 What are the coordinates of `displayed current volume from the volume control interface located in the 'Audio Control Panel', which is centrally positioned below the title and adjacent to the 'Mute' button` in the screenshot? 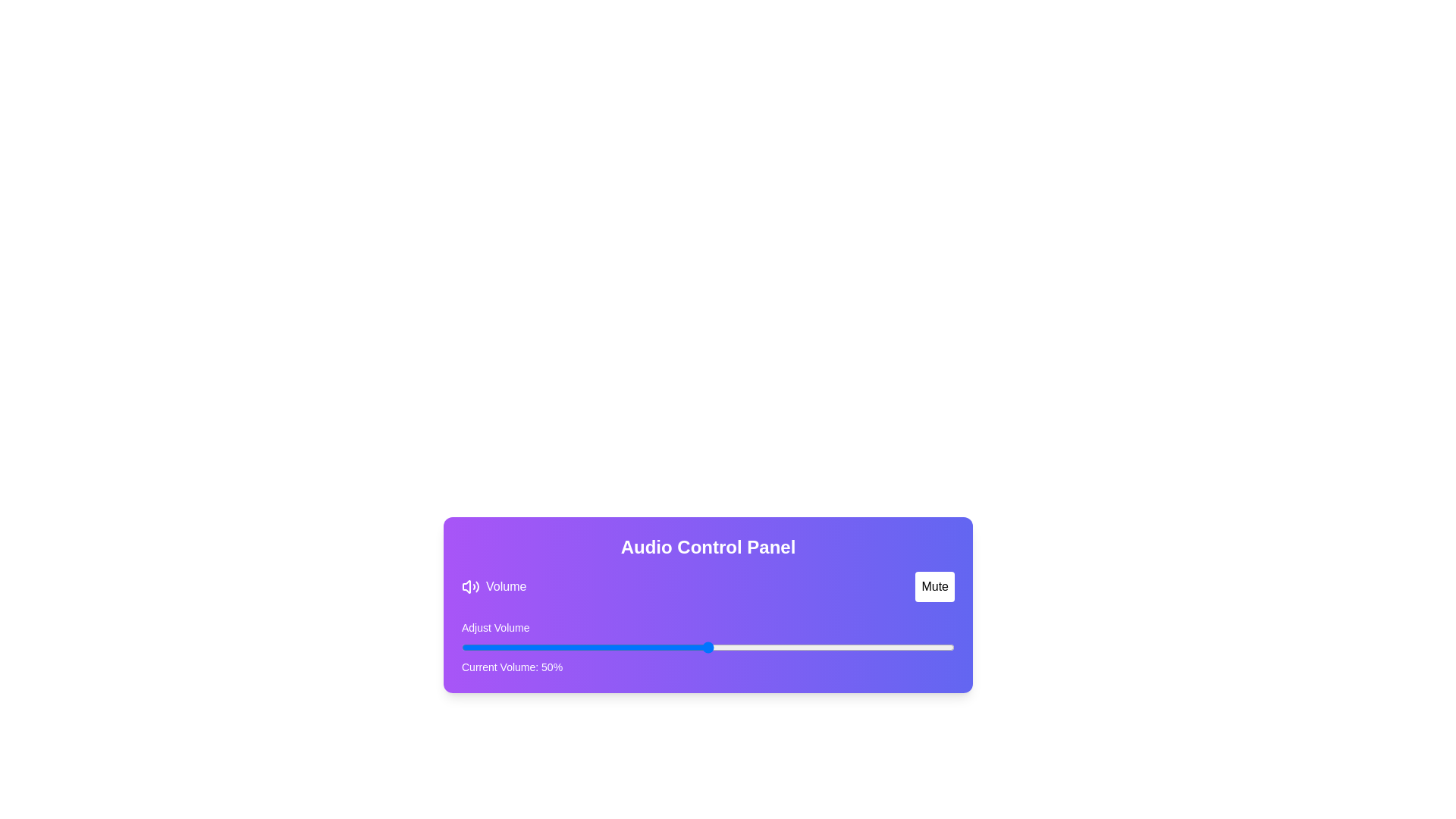 It's located at (708, 623).